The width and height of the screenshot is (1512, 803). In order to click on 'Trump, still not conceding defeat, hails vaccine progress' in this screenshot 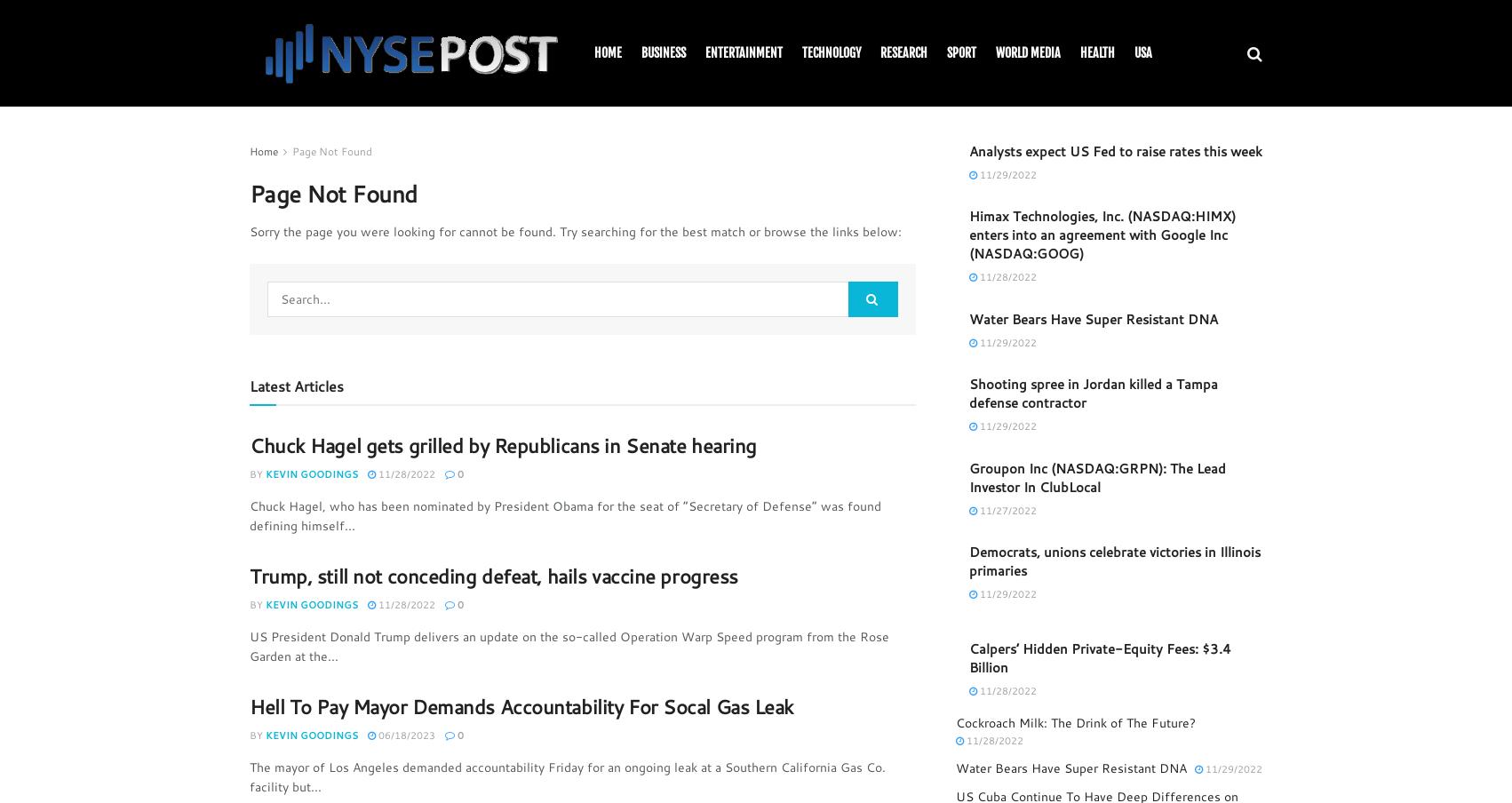, I will do `click(249, 575)`.